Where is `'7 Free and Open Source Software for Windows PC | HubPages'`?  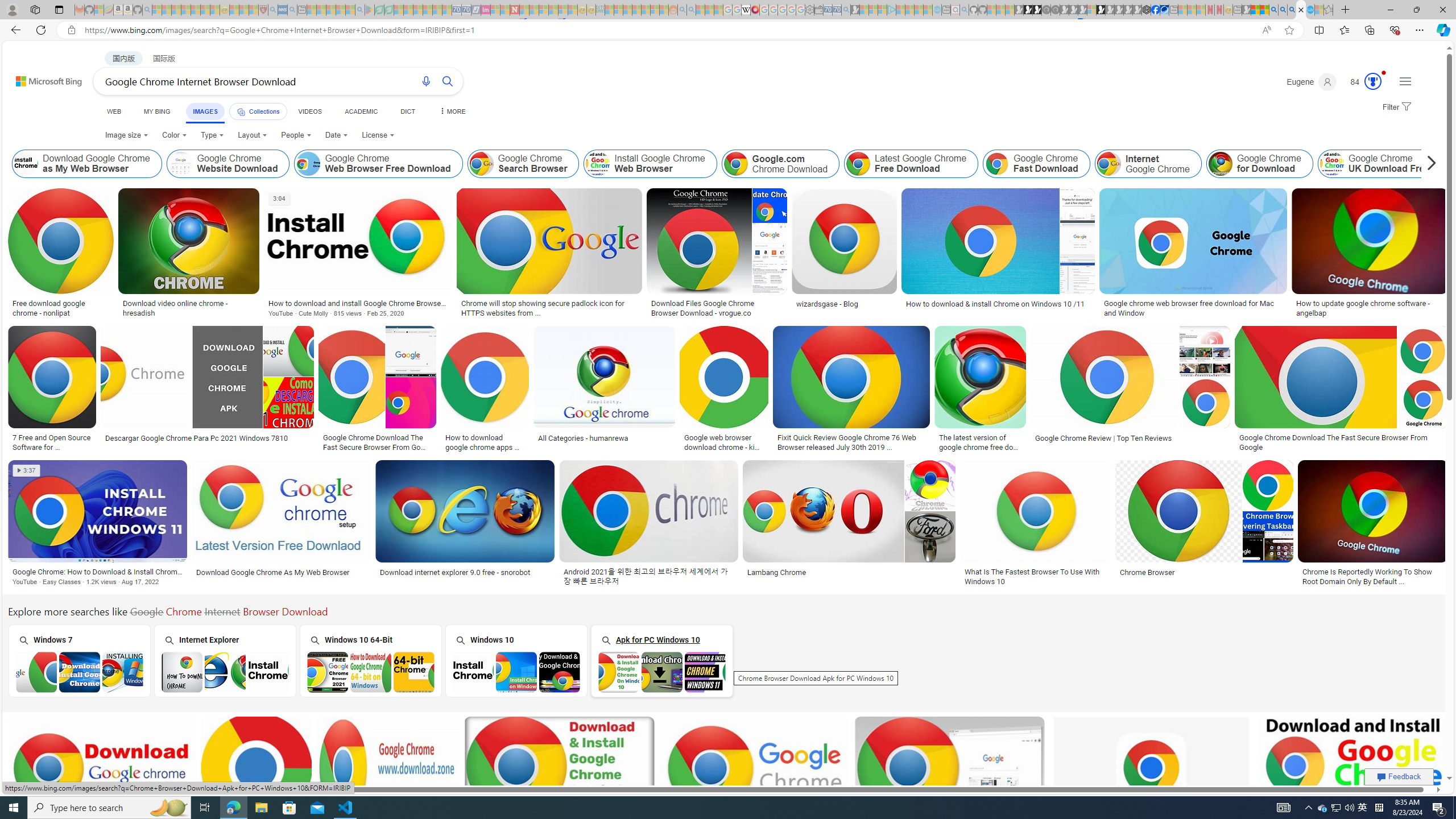 '7 Free and Open Source Software for Windows PC | HubPages' is located at coordinates (51, 441).